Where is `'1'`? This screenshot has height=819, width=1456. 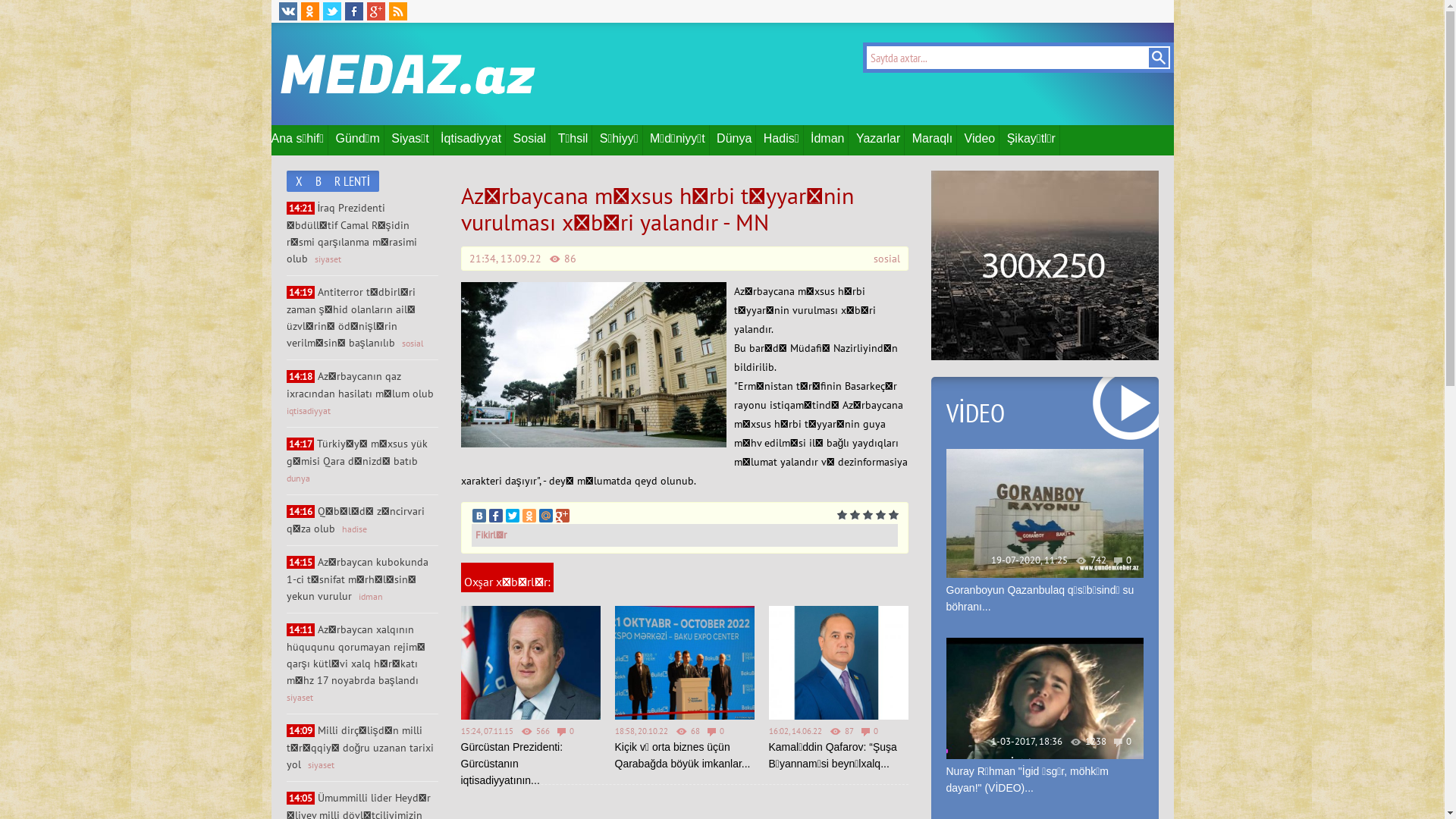
'1' is located at coordinates (841, 514).